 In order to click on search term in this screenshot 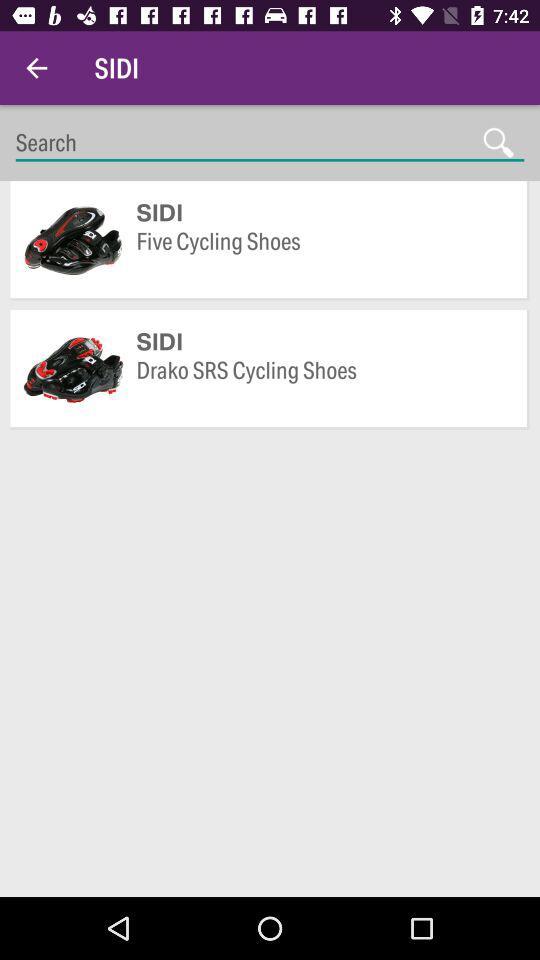, I will do `click(270, 142)`.